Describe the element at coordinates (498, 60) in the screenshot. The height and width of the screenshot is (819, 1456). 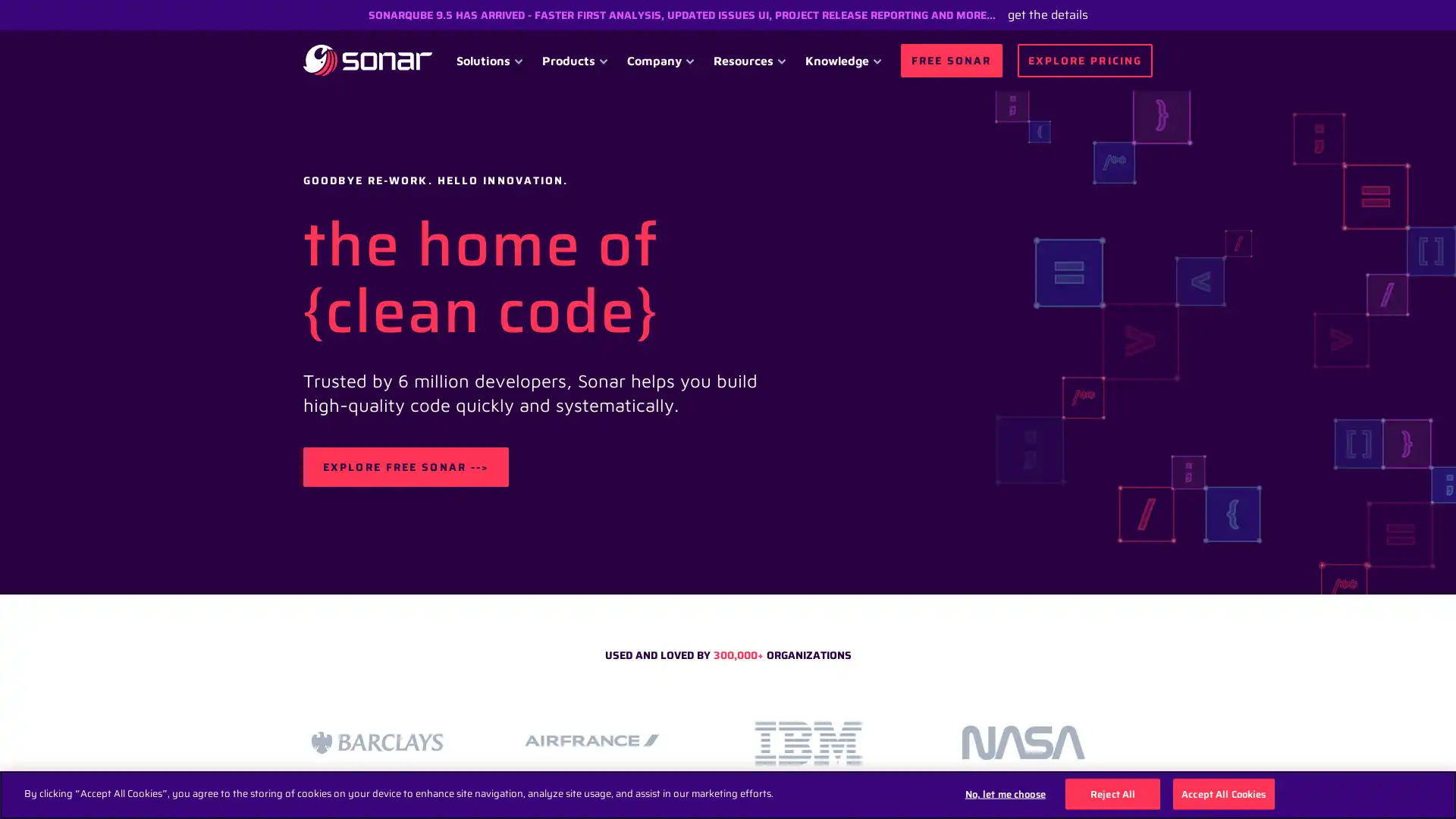
I see `Solutions` at that location.